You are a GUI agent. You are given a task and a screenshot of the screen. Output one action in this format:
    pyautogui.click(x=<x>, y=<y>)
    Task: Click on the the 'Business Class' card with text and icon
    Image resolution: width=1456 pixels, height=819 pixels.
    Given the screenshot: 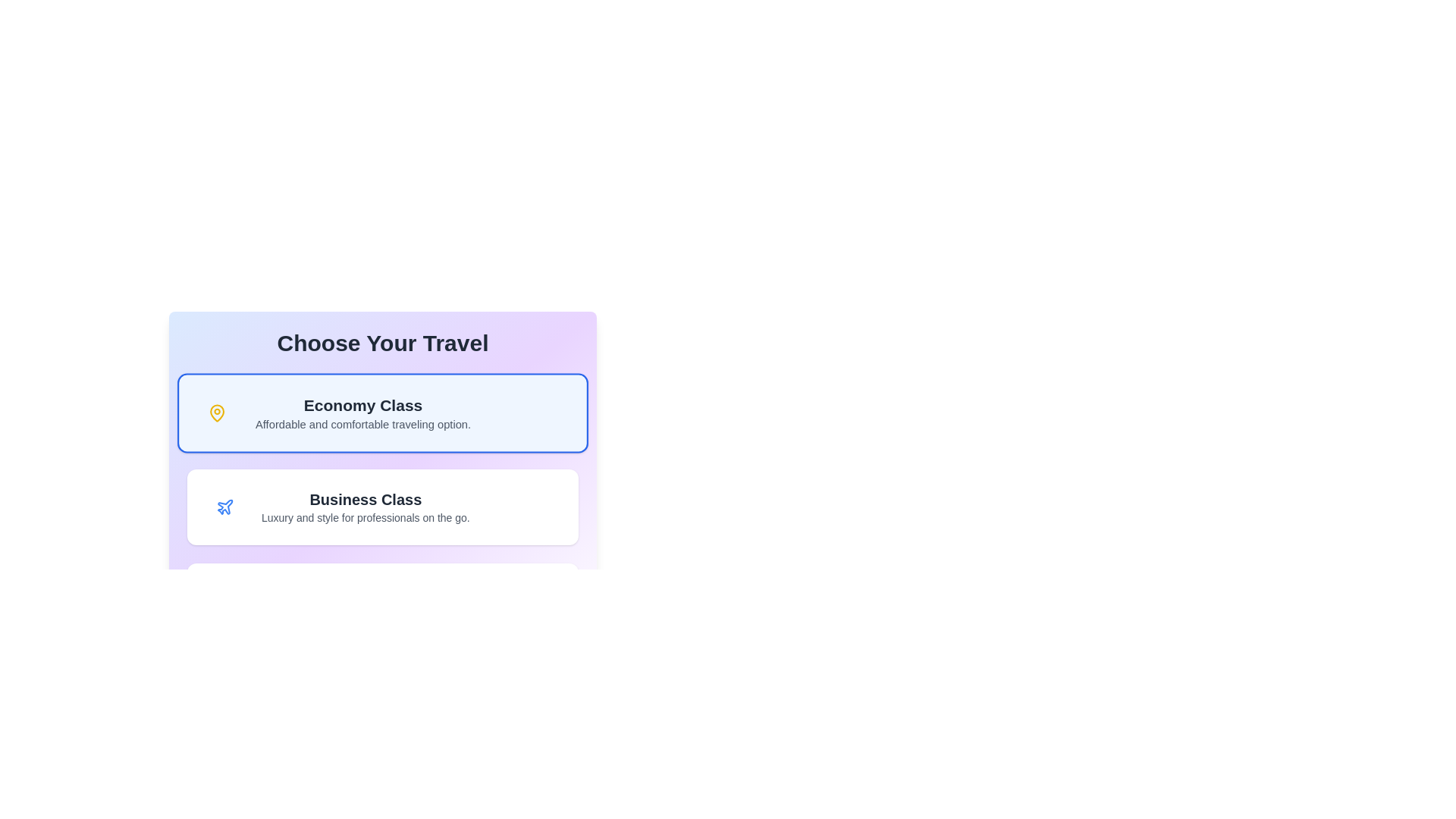 What is the action you would take?
    pyautogui.click(x=382, y=507)
    